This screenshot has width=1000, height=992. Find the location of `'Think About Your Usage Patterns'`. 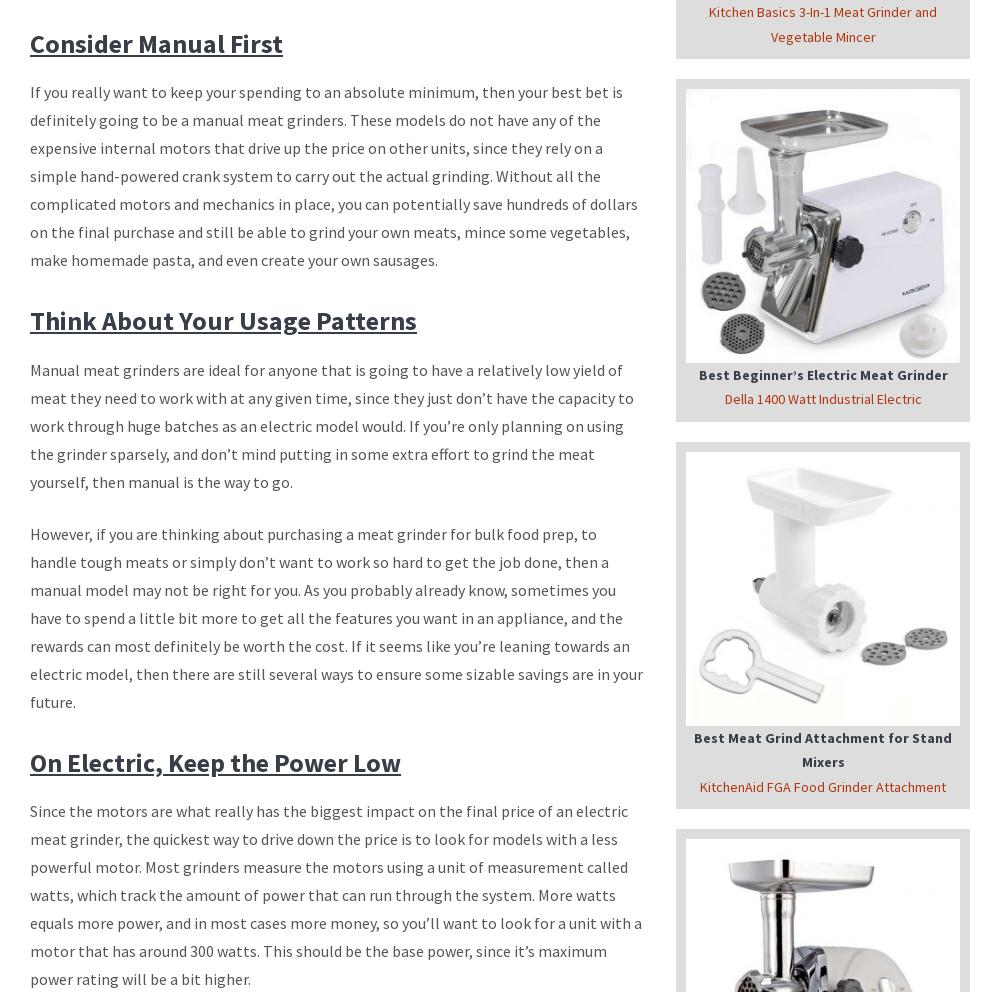

'Think About Your Usage Patterns' is located at coordinates (222, 320).